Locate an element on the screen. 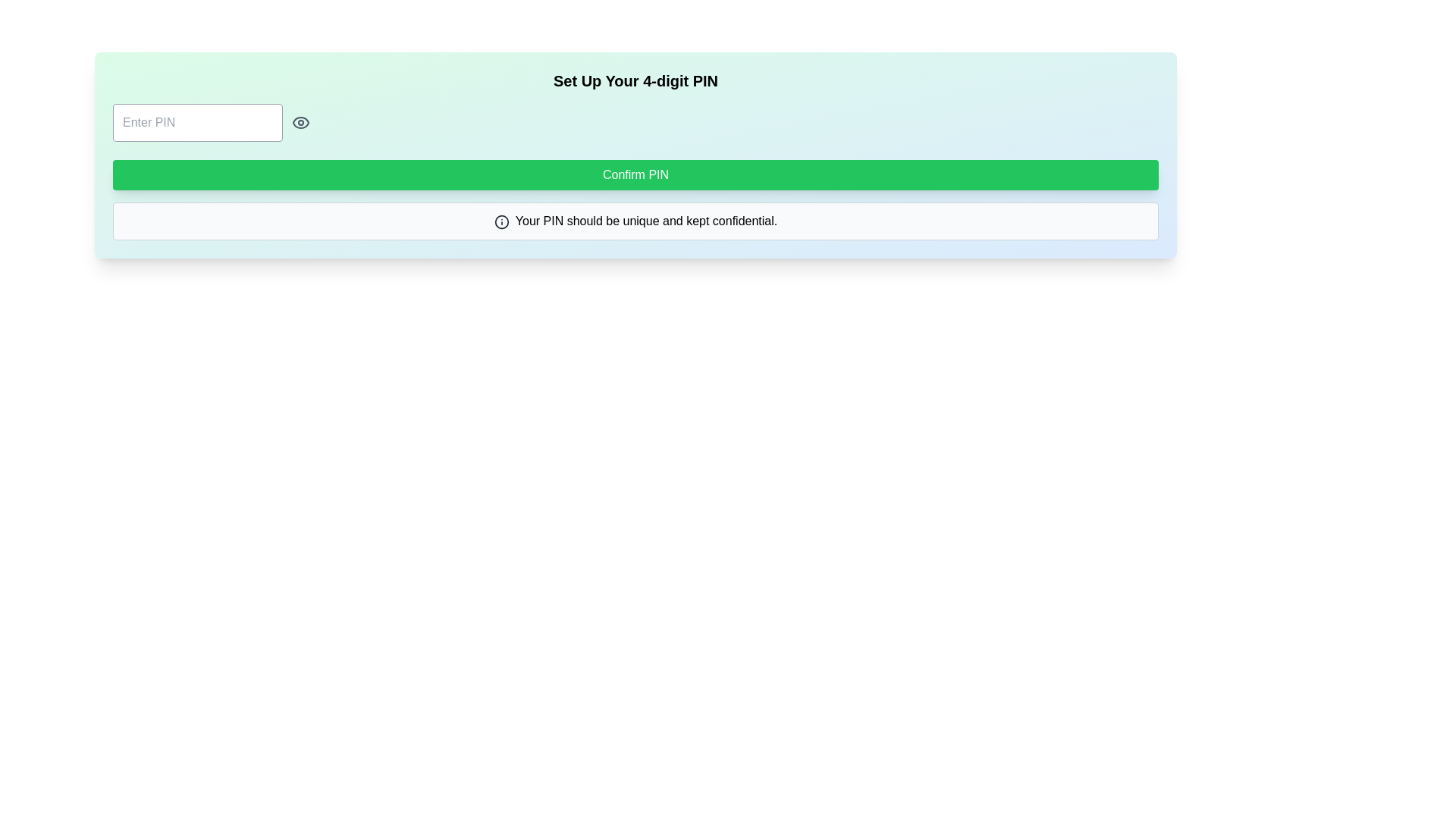 The width and height of the screenshot is (1456, 819). the 'Confirm PIN' button, which is a rectangular button with a green background and white text, centrally located below the 'Enter PIN' input field is located at coordinates (635, 174).